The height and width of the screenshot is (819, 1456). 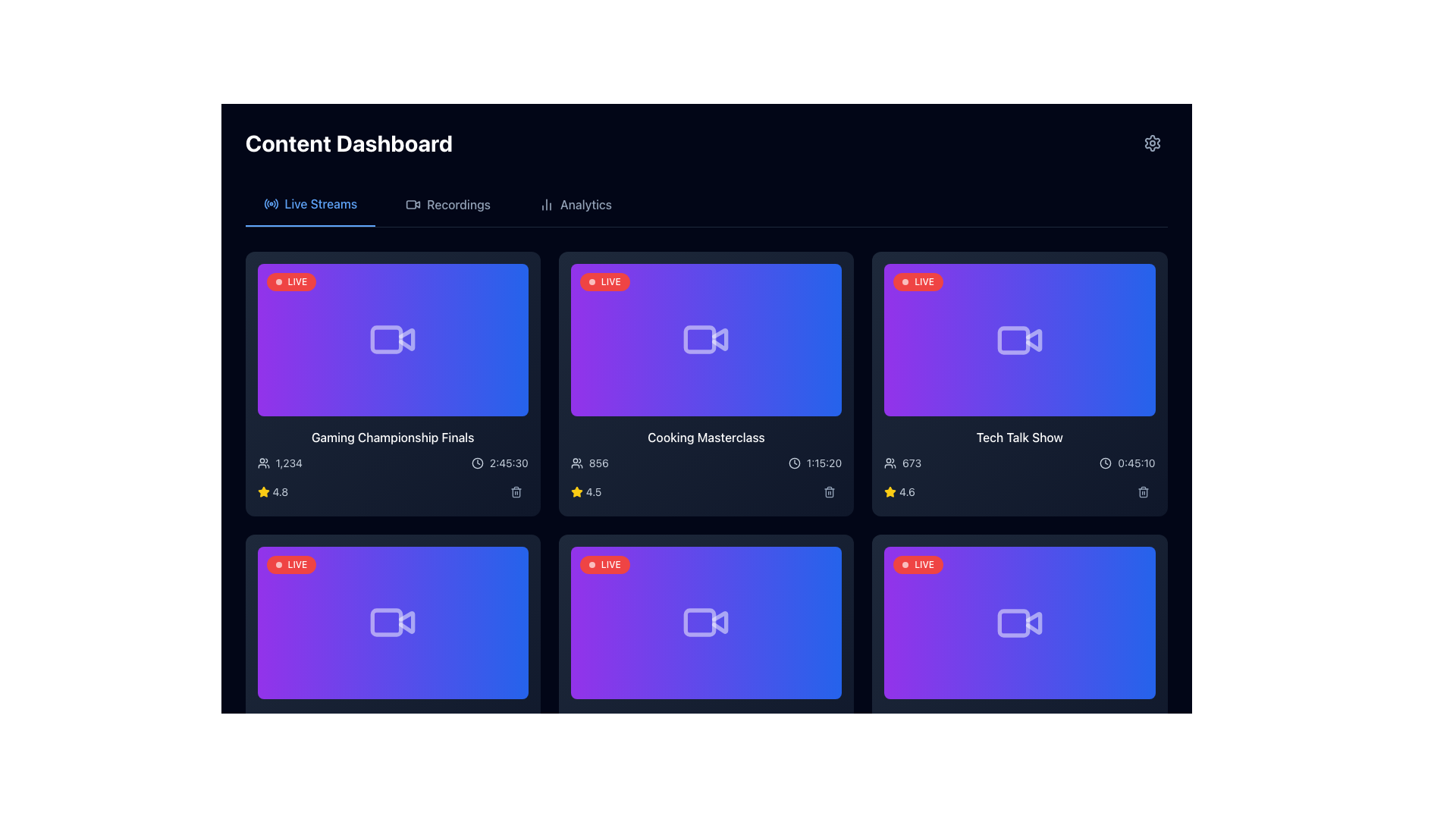 I want to click on the live-streaming status indicator label located at the top-left corner of the first video card in the grid, which features a purple and blue gradient, so click(x=291, y=281).